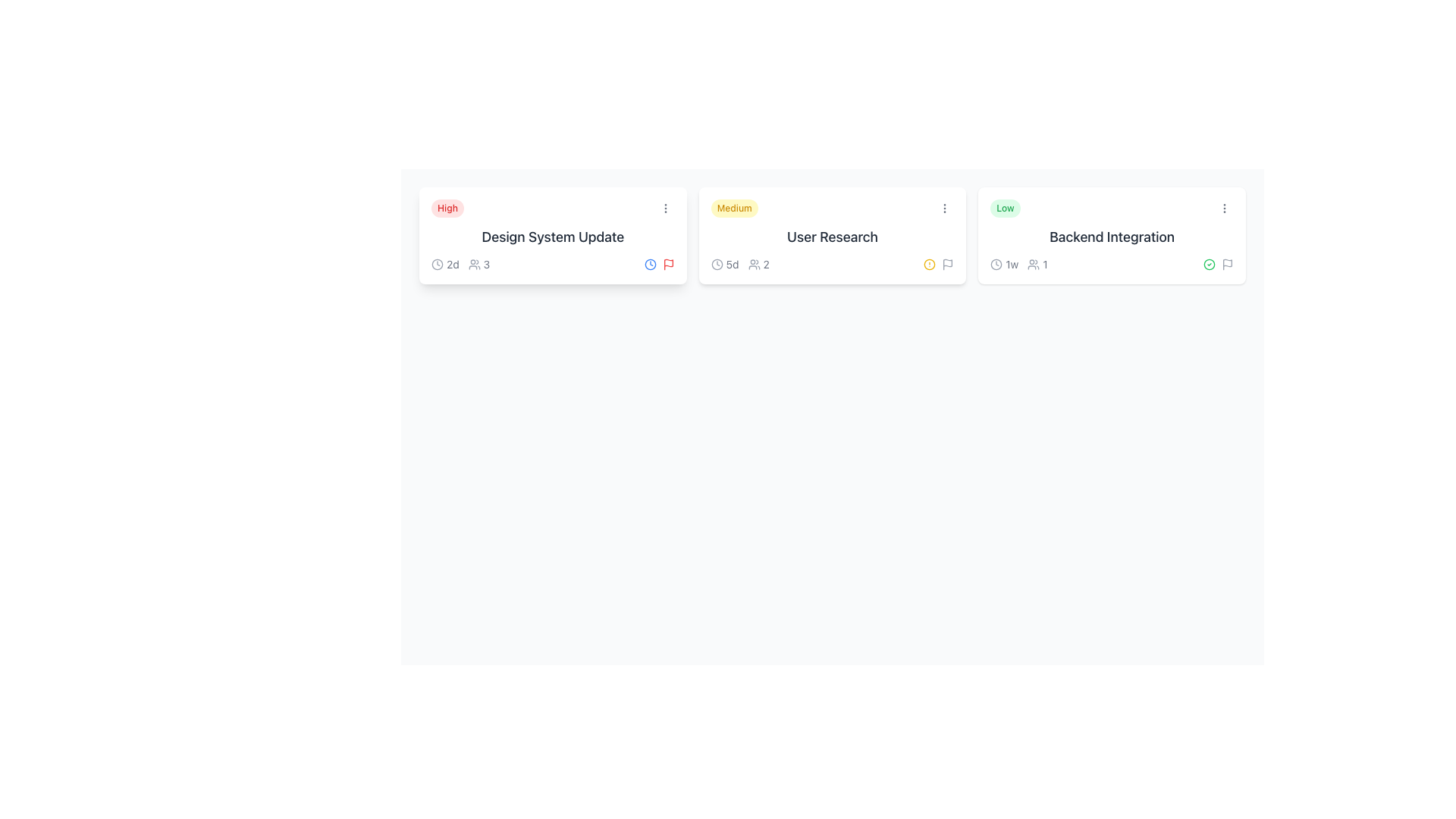 Image resolution: width=1456 pixels, height=819 pixels. What do you see at coordinates (734, 208) in the screenshot?
I see `text of the medium priority label located at the top-left corner of the card associated with 'User Research'` at bounding box center [734, 208].